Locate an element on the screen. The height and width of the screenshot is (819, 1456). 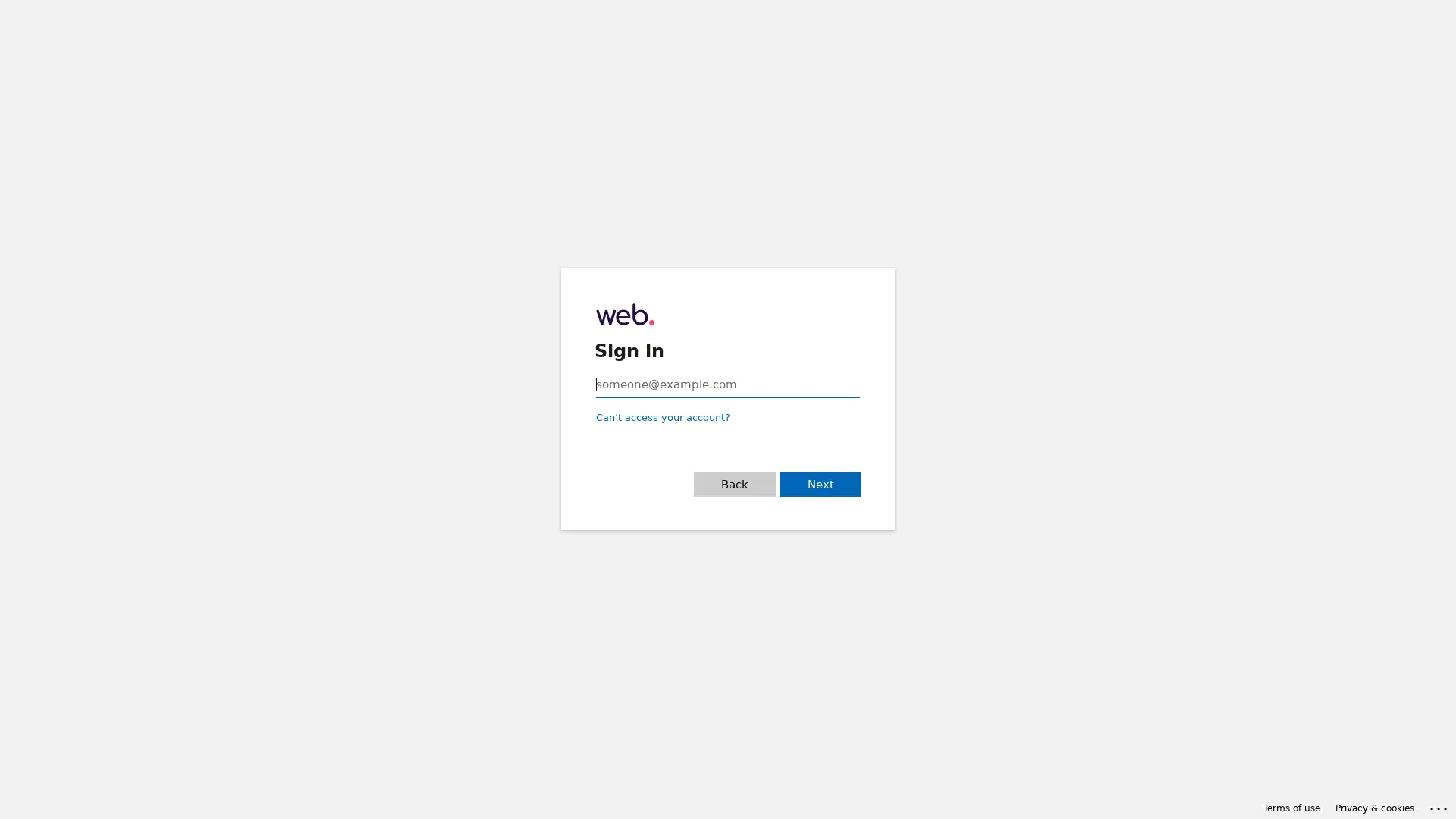
Sign-in options is located at coordinates (728, 537).